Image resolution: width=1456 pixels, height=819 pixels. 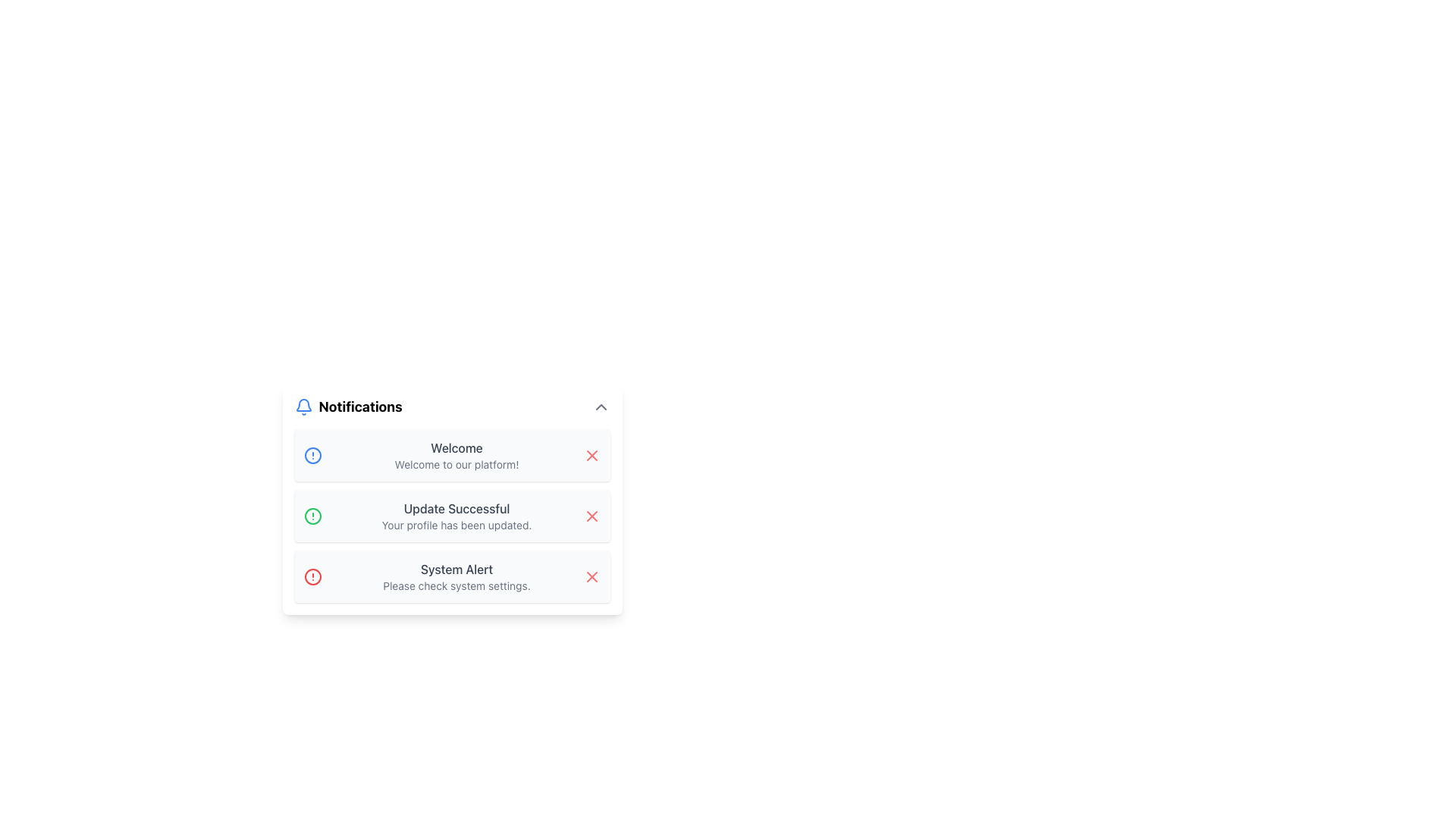 What do you see at coordinates (456, 509) in the screenshot?
I see `the 'Update Successful' text label` at bounding box center [456, 509].